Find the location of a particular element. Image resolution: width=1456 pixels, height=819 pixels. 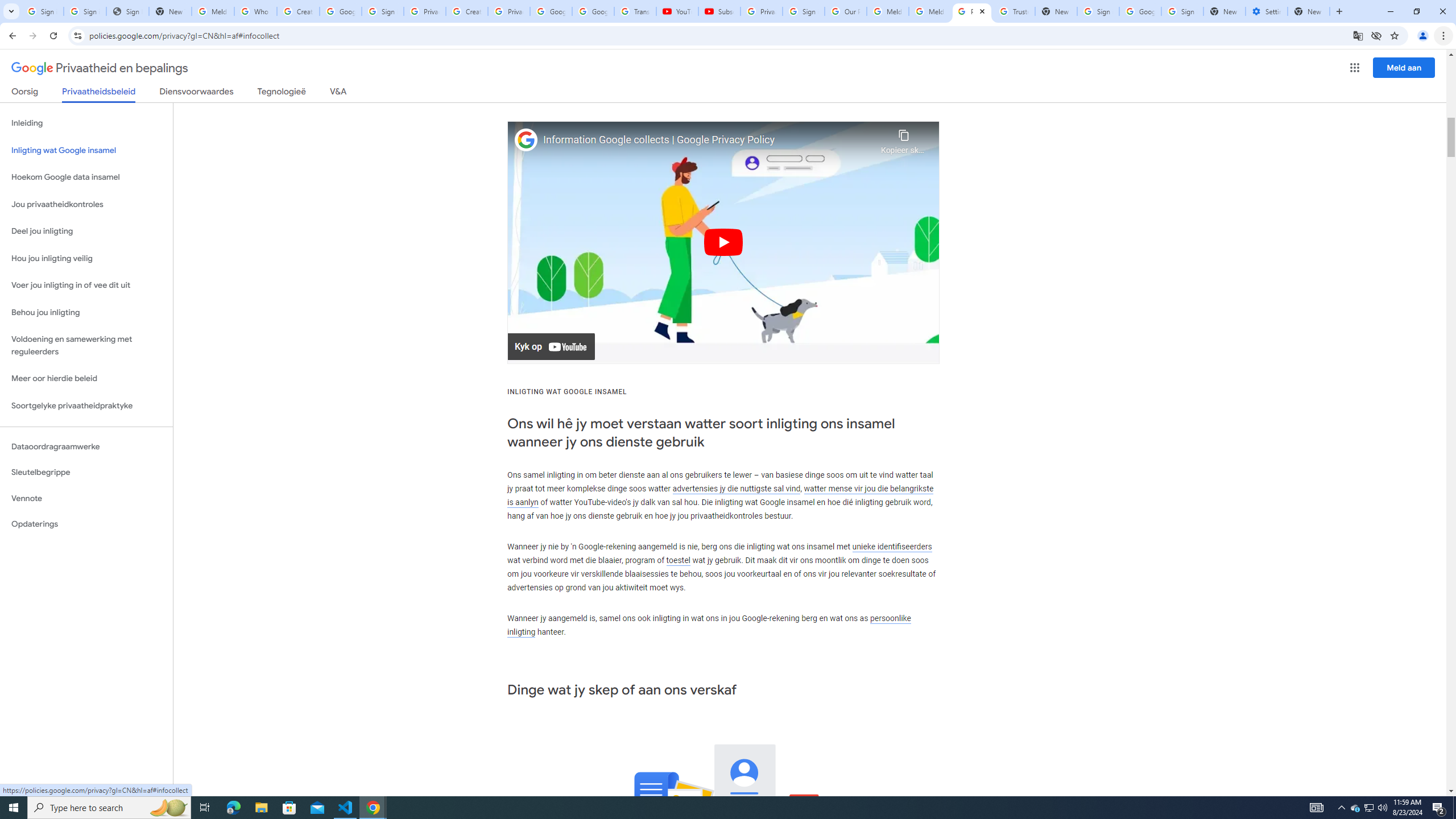

'Translate this page' is located at coordinates (1358, 35).